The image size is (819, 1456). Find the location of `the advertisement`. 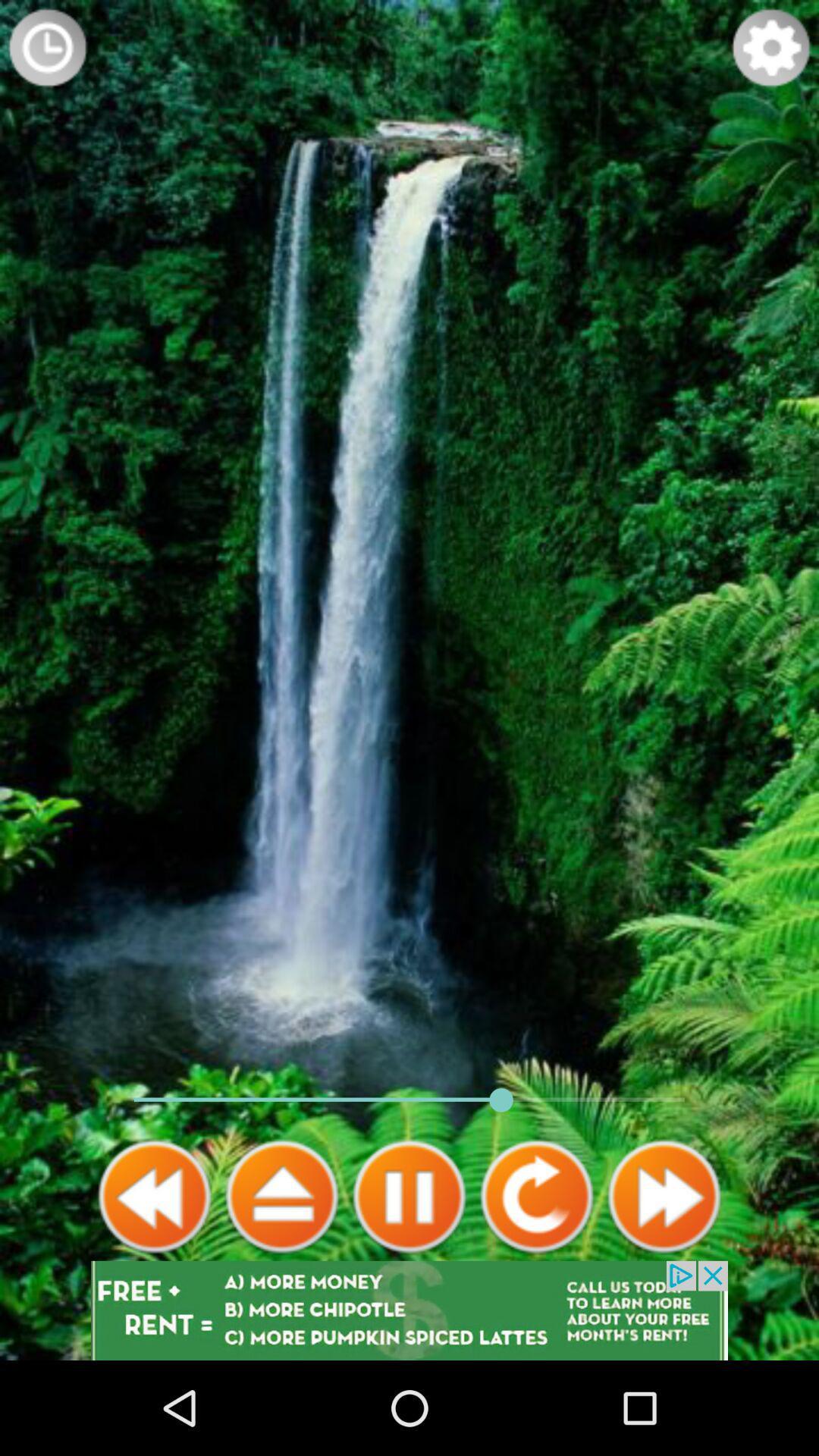

the advertisement is located at coordinates (409, 1310).